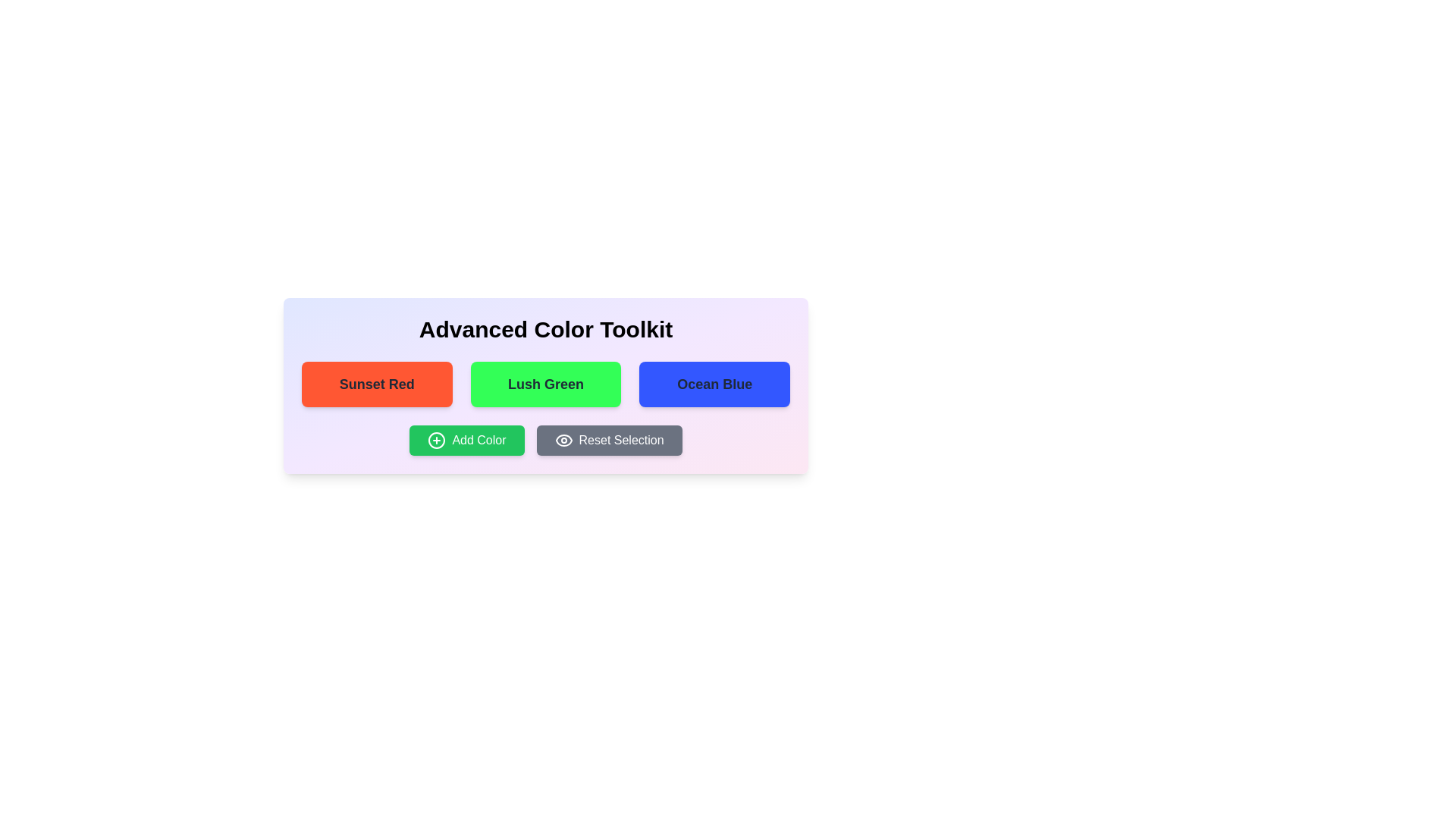 The image size is (1456, 819). I want to click on the circular graphical component of the plus icon located at the center of the 'Add Color' button, so click(436, 441).